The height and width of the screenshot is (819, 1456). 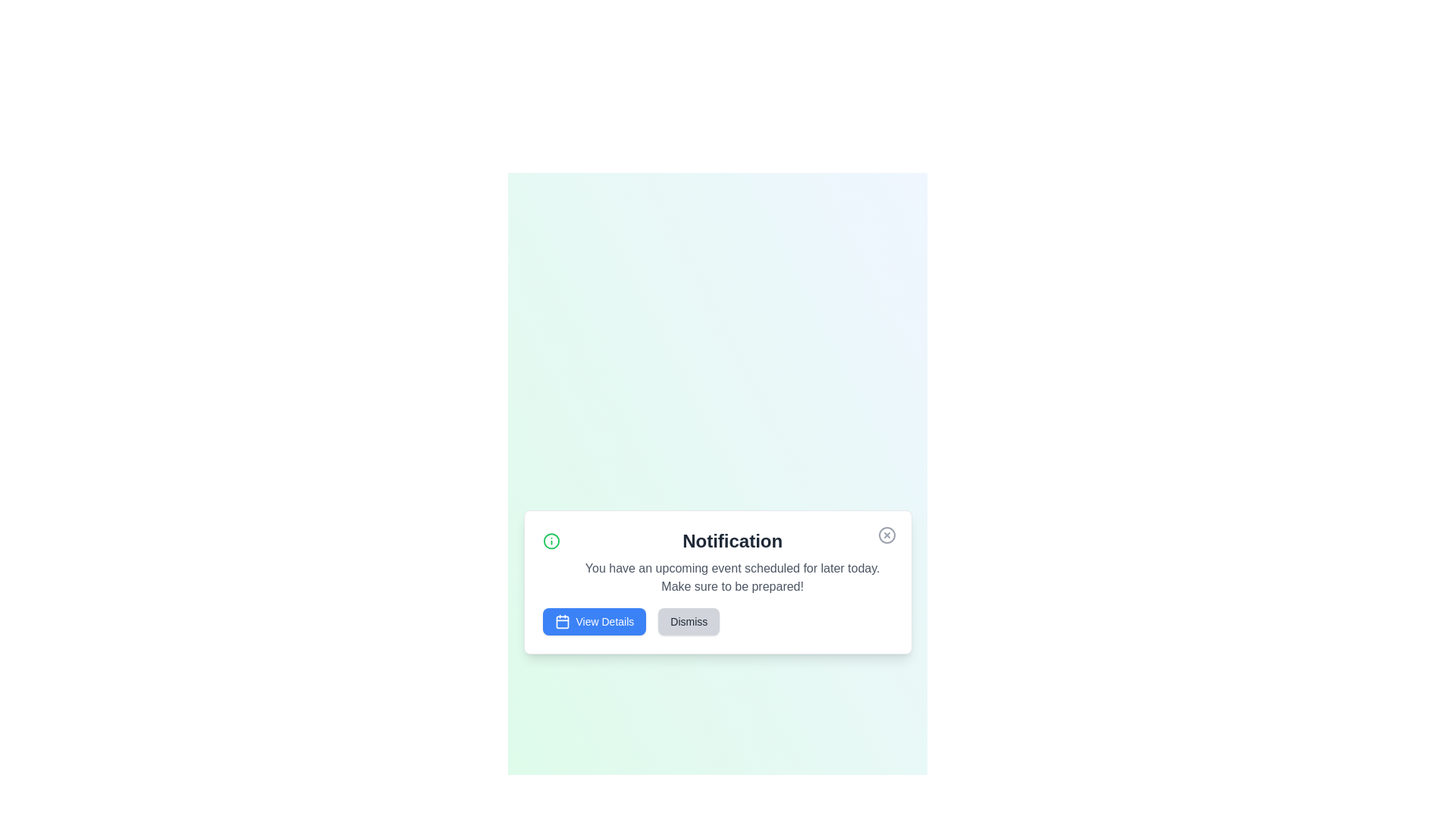 I want to click on the 'View Details' button to view the event details, so click(x=593, y=622).